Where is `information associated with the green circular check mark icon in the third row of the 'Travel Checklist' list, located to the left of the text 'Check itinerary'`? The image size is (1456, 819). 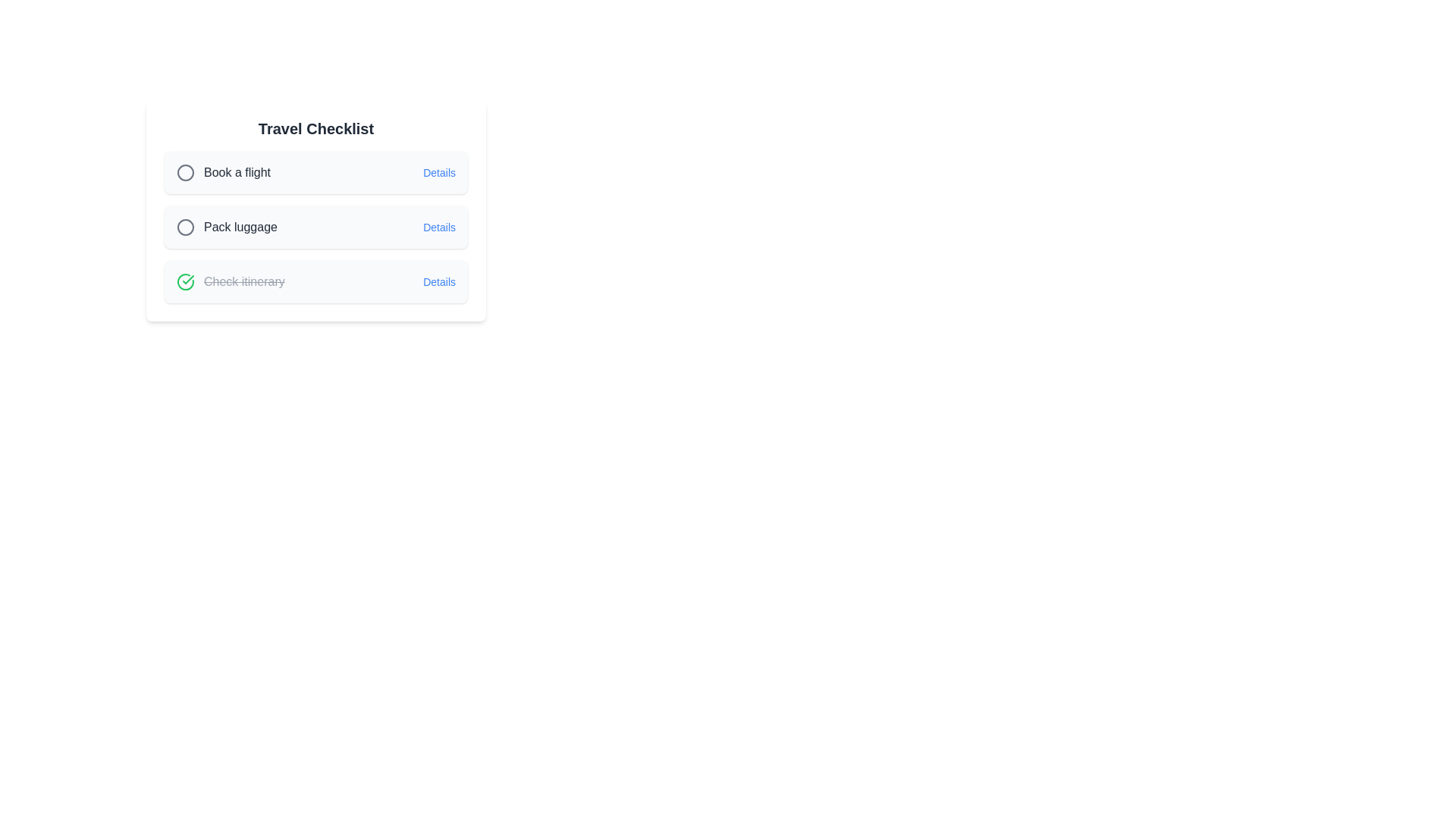 information associated with the green circular check mark icon in the third row of the 'Travel Checklist' list, located to the left of the text 'Check itinerary' is located at coordinates (184, 281).